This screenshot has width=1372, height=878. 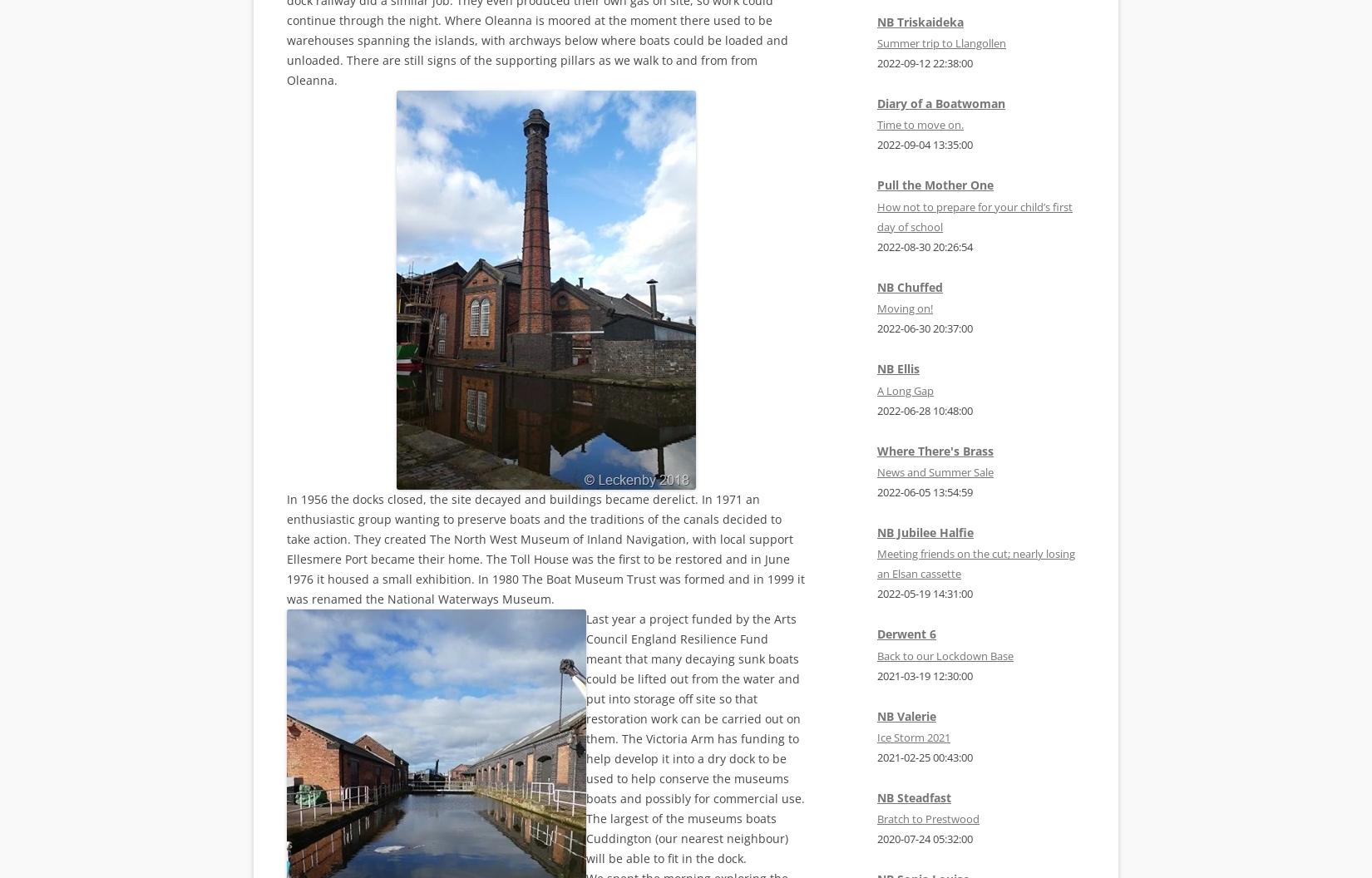 What do you see at coordinates (906, 714) in the screenshot?
I see `'NB Valerie'` at bounding box center [906, 714].